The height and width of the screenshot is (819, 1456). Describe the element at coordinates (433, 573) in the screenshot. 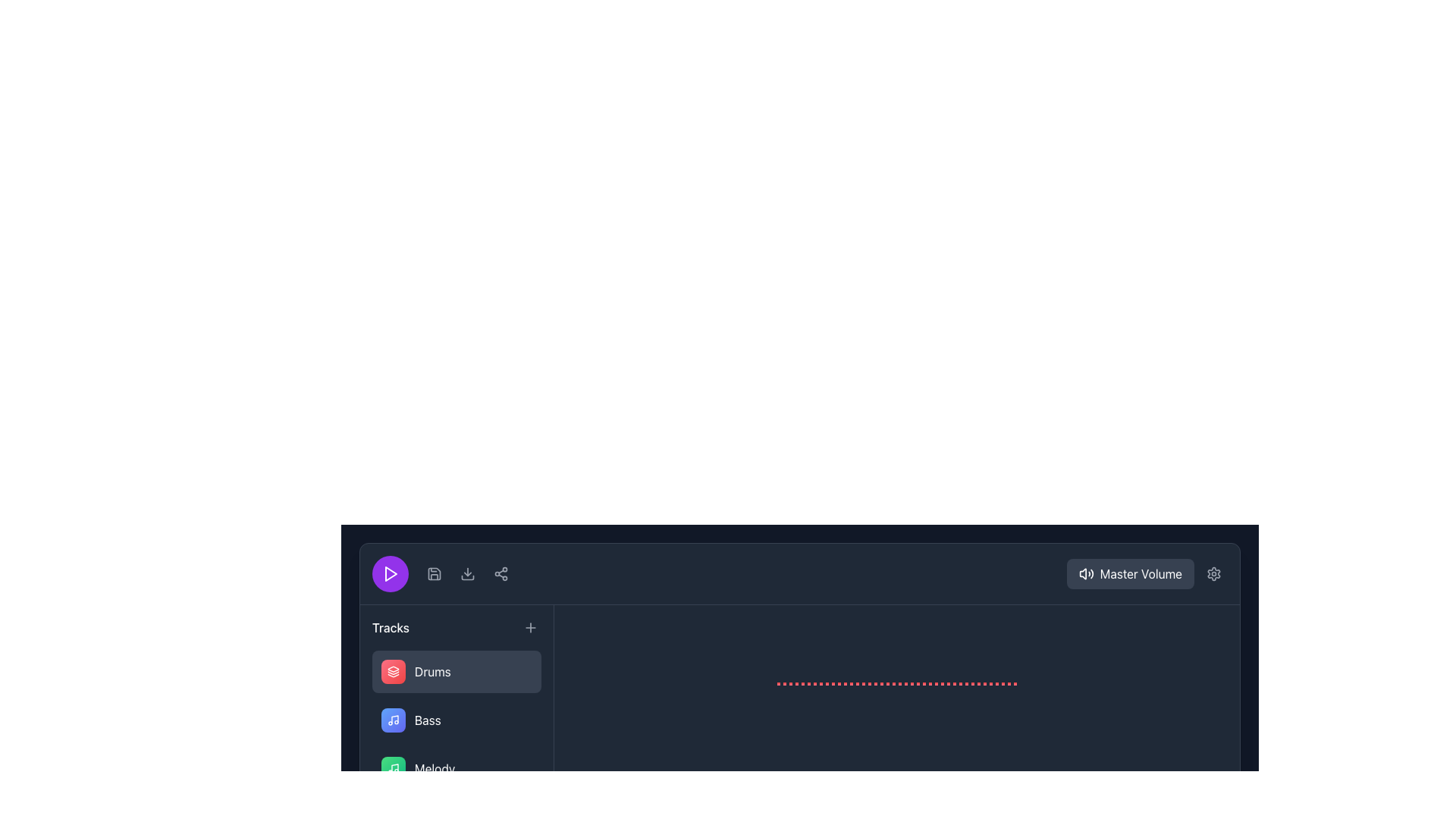

I see `the save icon located in the navigation header, specifically the second icon from the left` at that location.